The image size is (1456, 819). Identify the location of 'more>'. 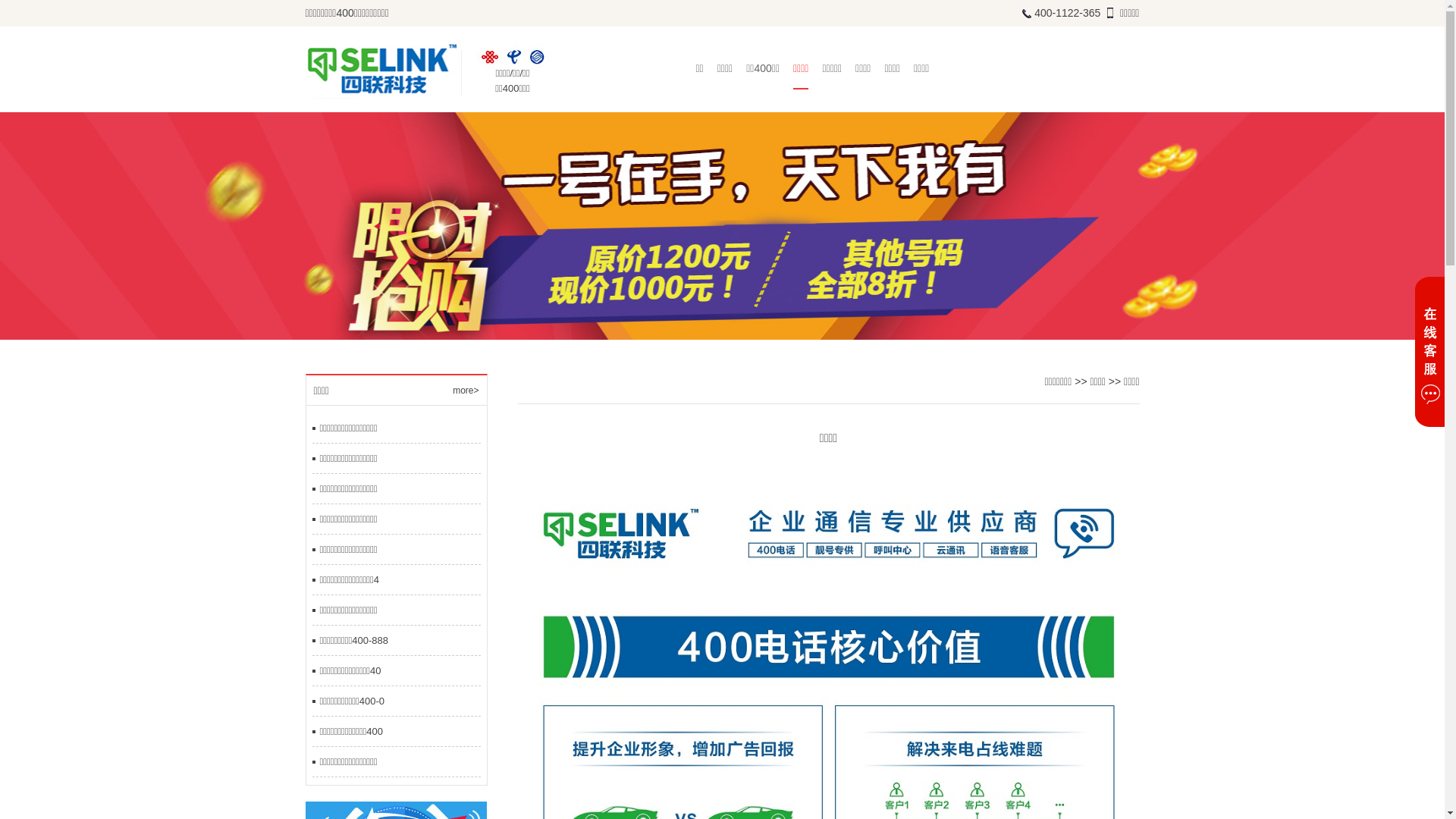
(451, 390).